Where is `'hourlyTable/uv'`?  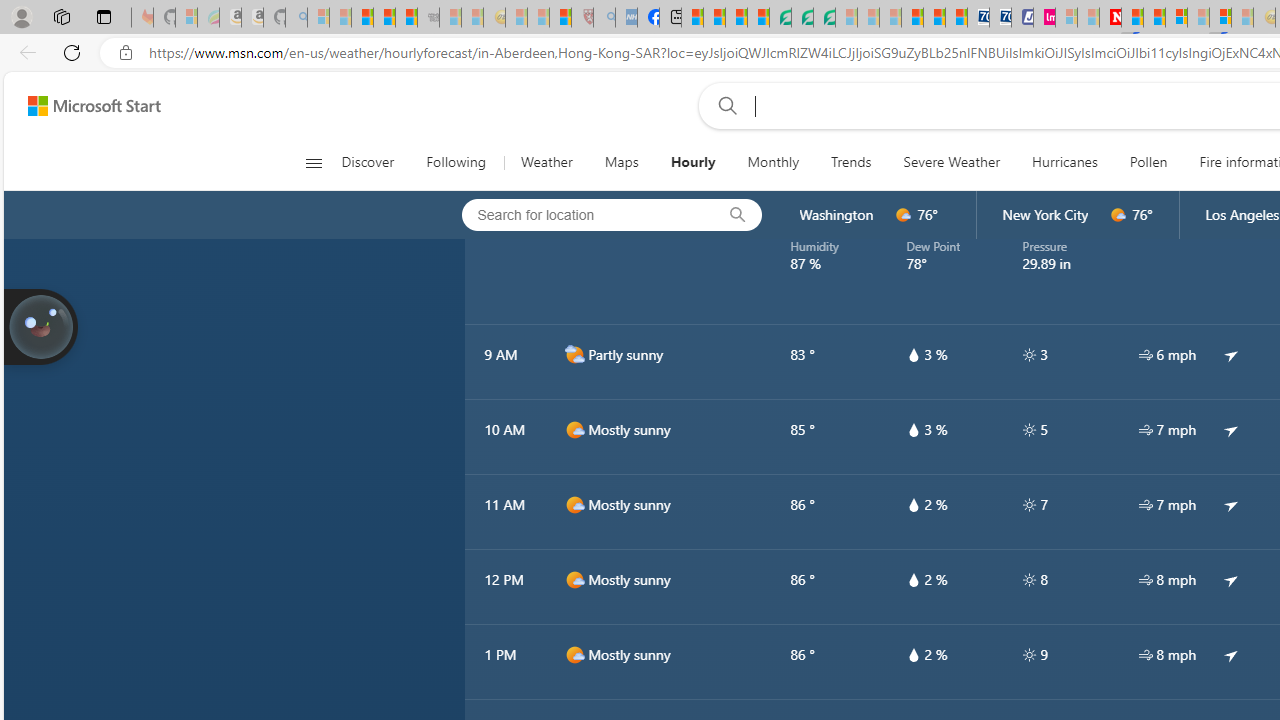 'hourlyTable/uv' is located at coordinates (1029, 654).